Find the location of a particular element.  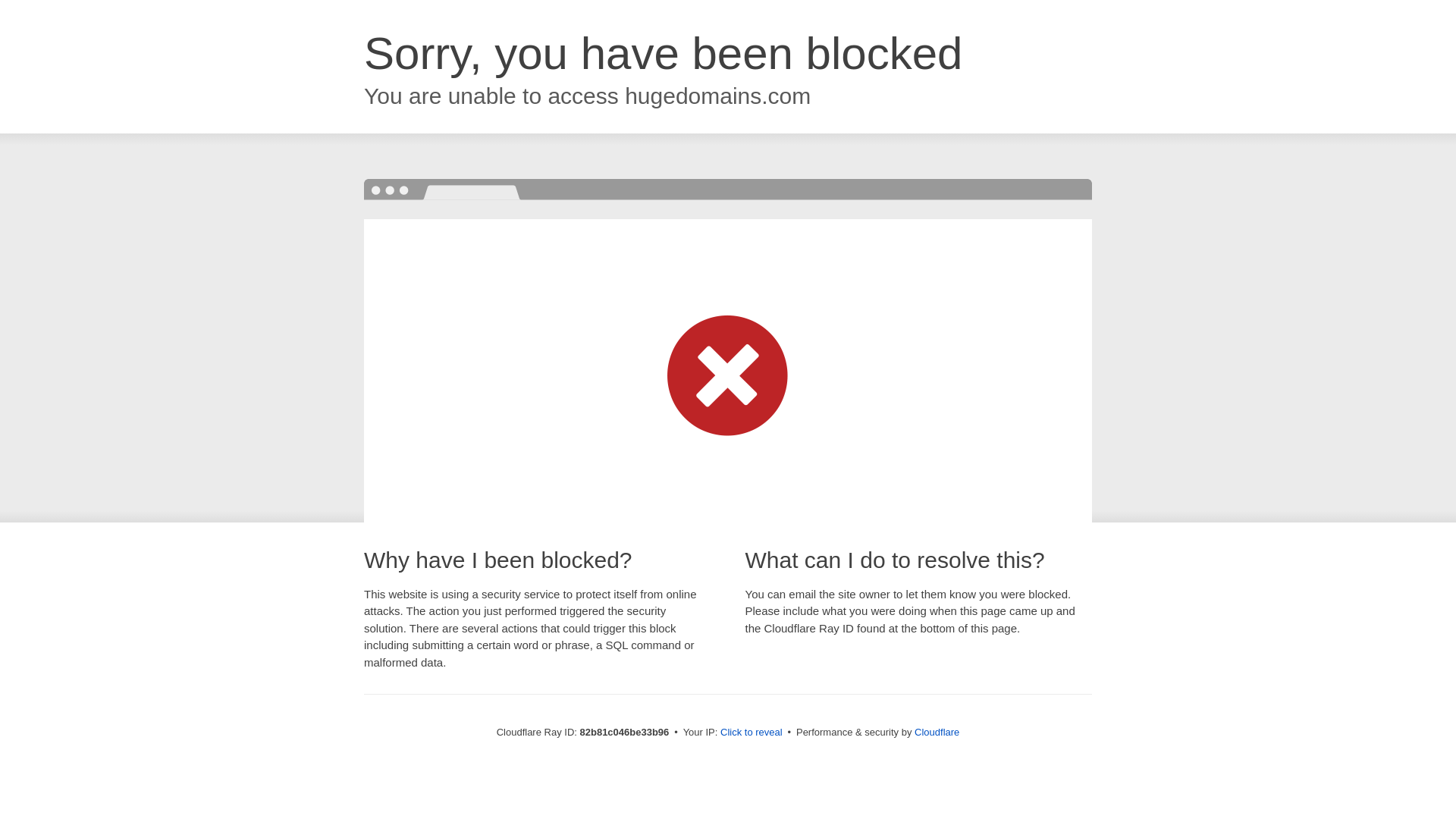

'Click to reveal' is located at coordinates (720, 731).